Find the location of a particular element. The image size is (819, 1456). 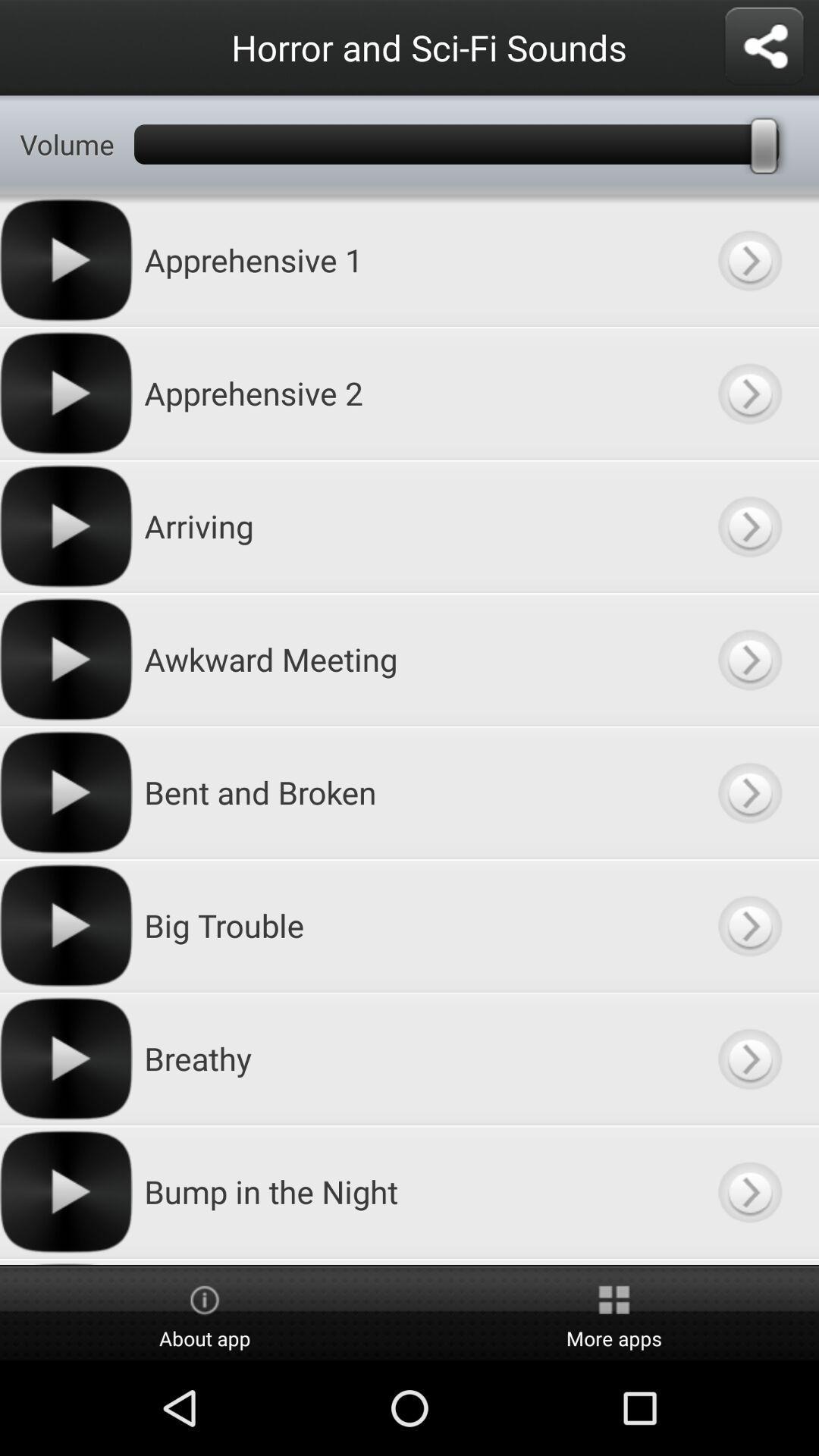

this item is located at coordinates (748, 393).